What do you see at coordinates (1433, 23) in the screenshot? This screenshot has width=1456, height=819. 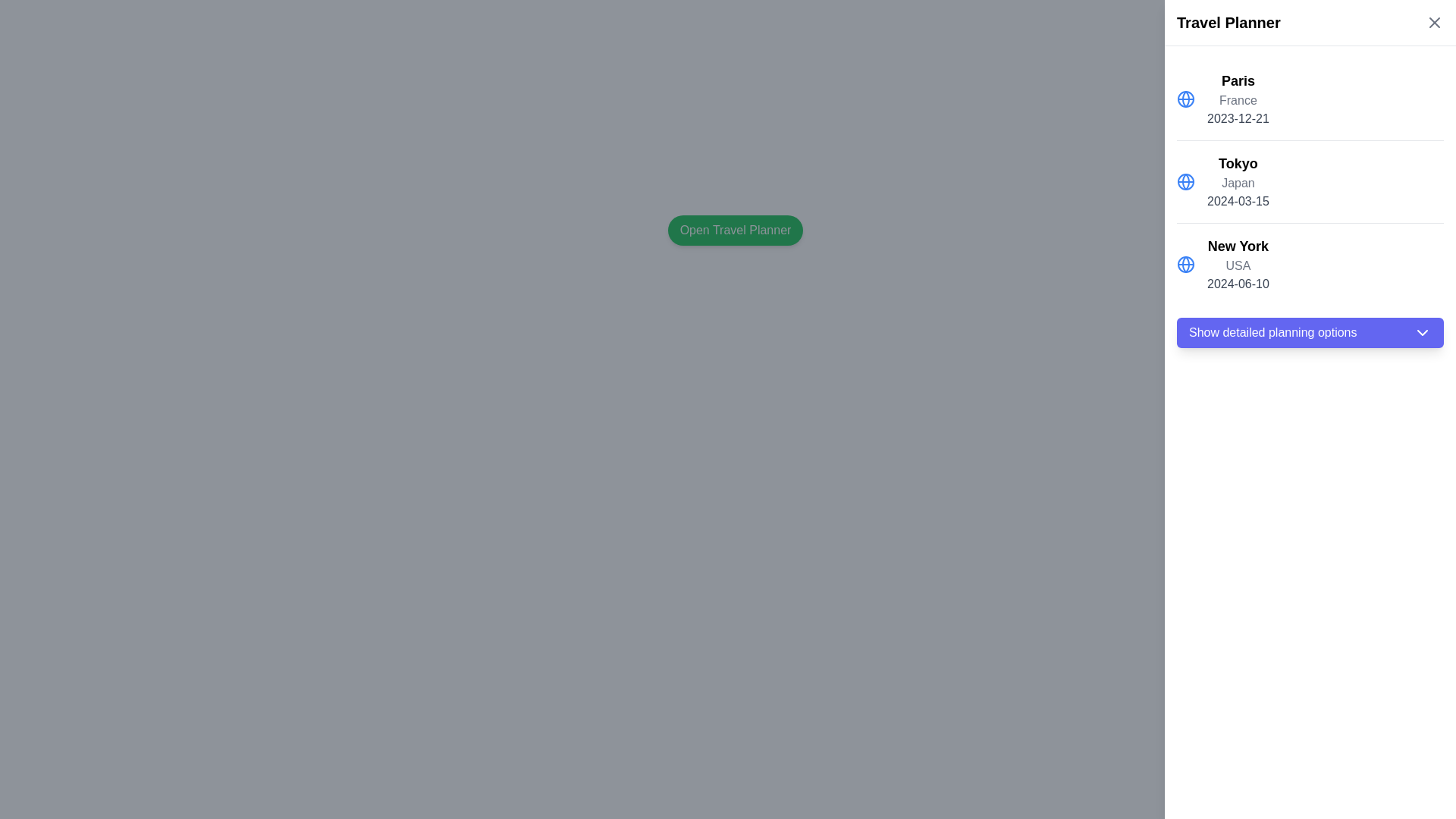 I see `the close button located at the top-right corner of the 'Travel Planner' panel` at bounding box center [1433, 23].